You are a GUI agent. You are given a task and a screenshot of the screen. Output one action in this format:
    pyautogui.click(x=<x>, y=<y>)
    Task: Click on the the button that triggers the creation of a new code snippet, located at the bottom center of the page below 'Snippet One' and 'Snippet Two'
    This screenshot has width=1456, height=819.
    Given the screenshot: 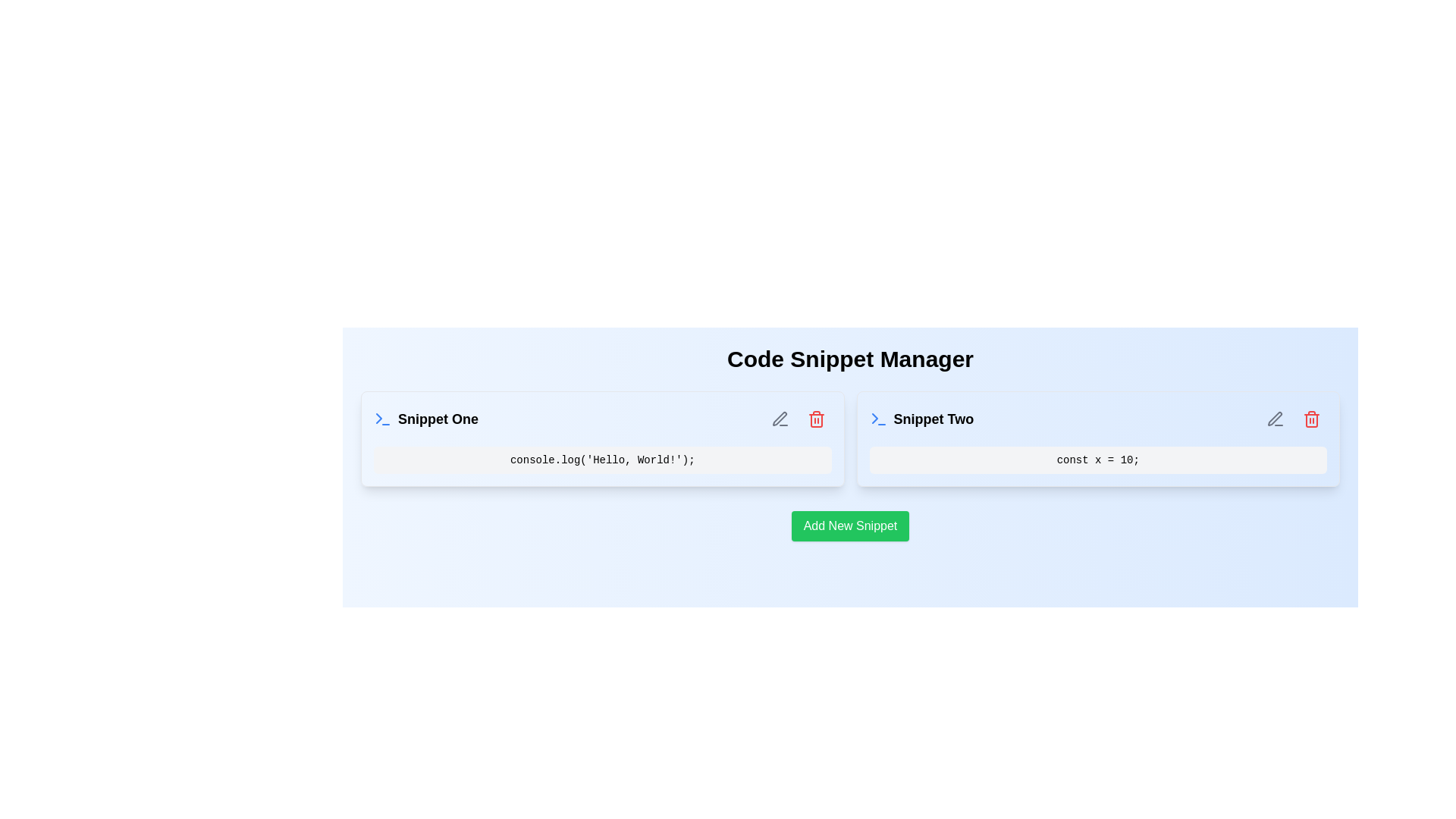 What is the action you would take?
    pyautogui.click(x=850, y=526)
    